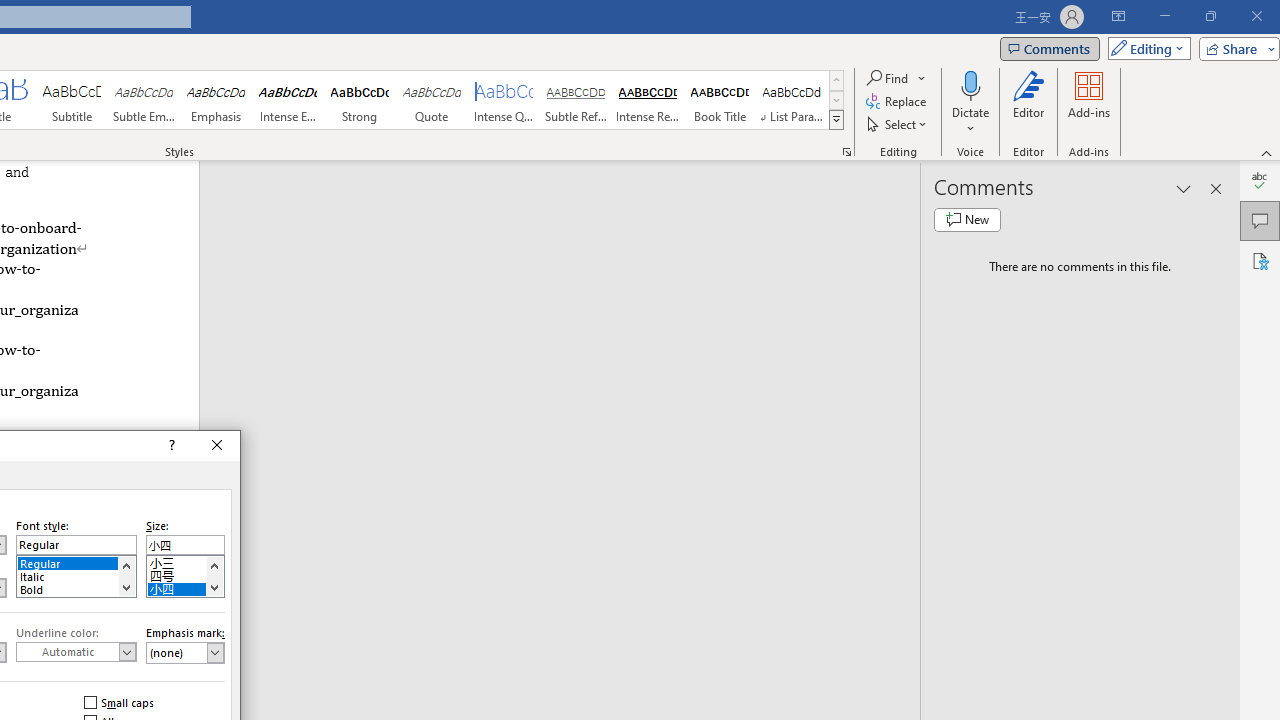 This screenshot has height=720, width=1280. I want to click on 'More Options', so click(970, 121).